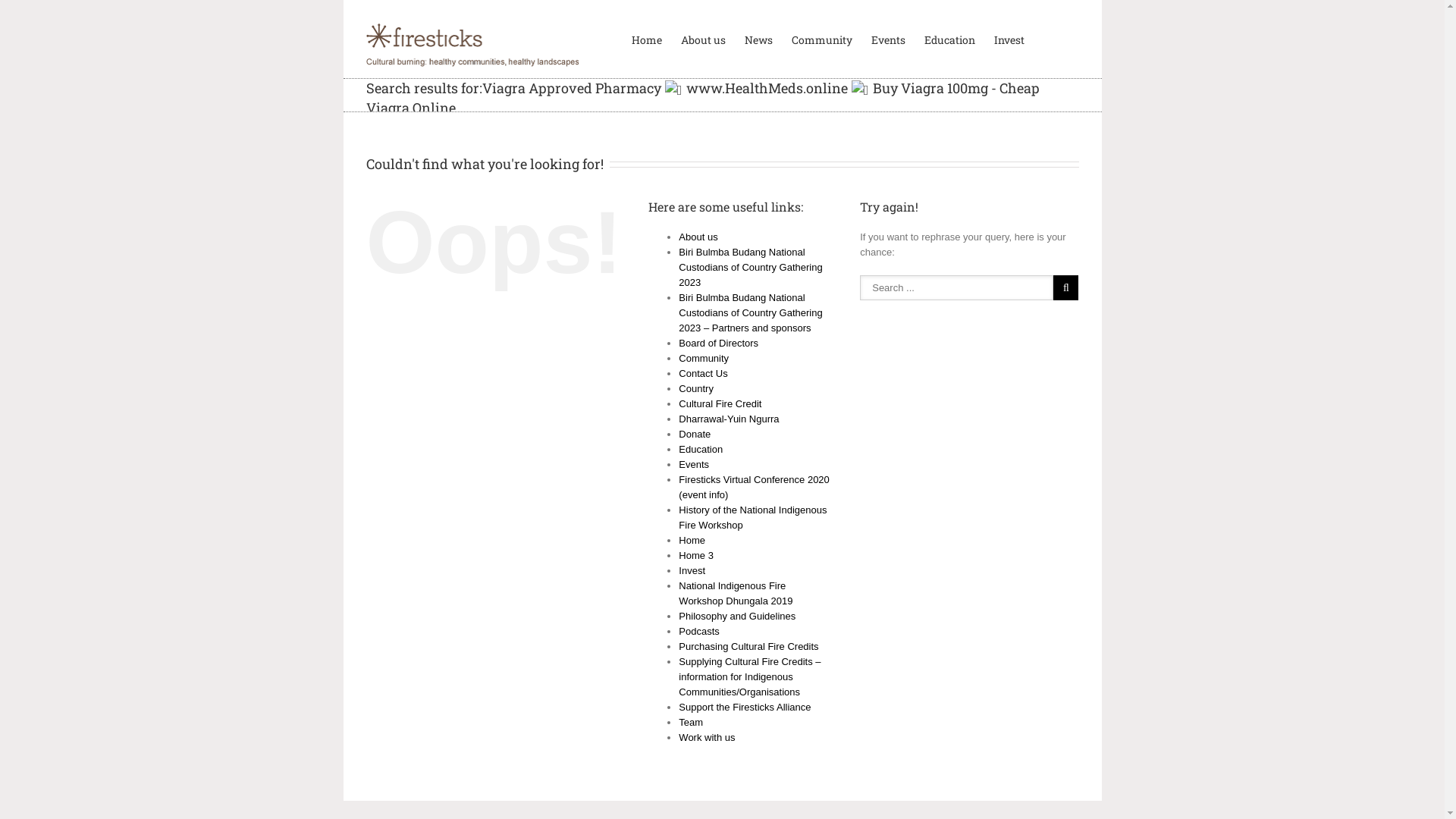  What do you see at coordinates (677, 434) in the screenshot?
I see `'Donate'` at bounding box center [677, 434].